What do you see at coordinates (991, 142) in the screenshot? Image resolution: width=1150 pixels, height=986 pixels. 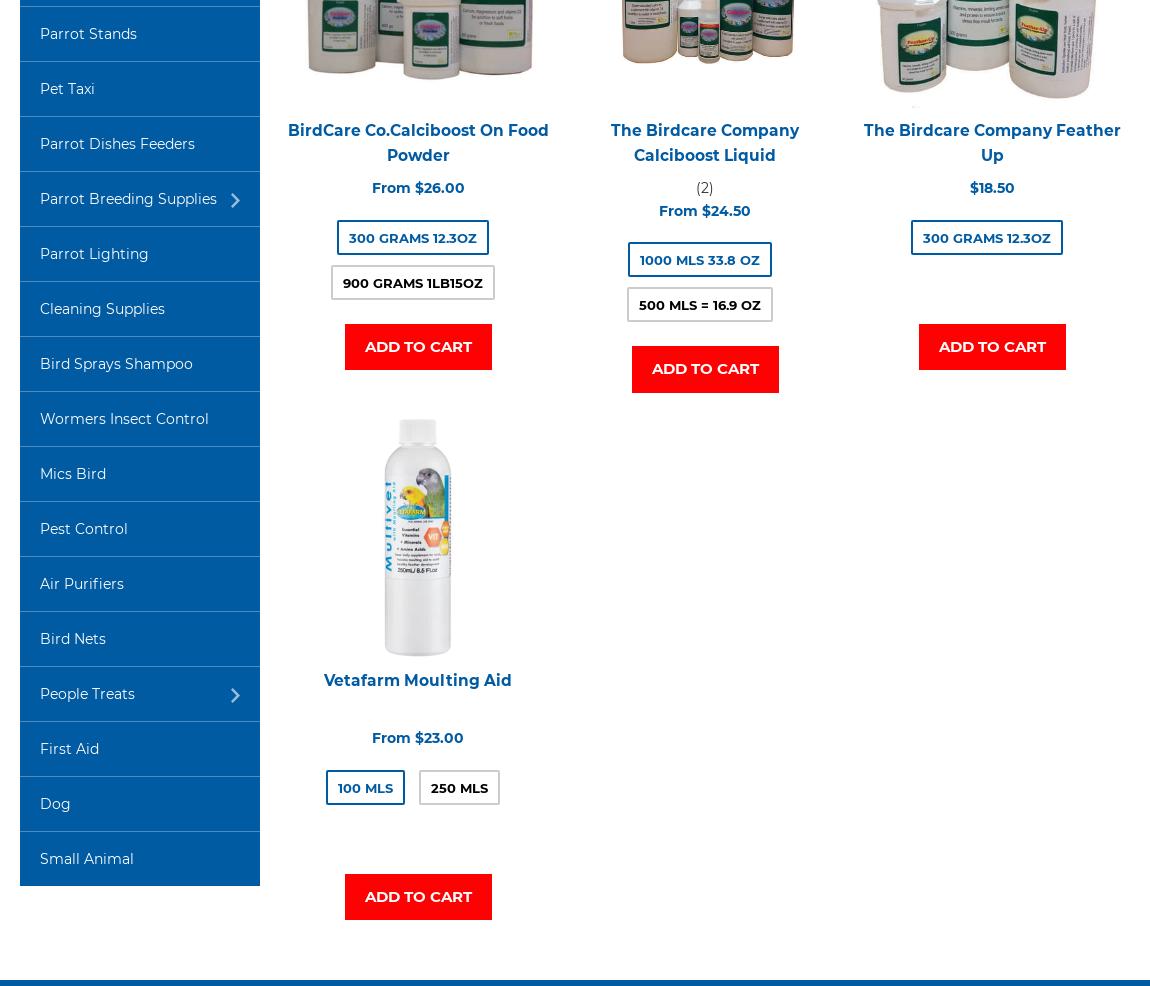 I see `'The Birdcare Company Feather Up'` at bounding box center [991, 142].